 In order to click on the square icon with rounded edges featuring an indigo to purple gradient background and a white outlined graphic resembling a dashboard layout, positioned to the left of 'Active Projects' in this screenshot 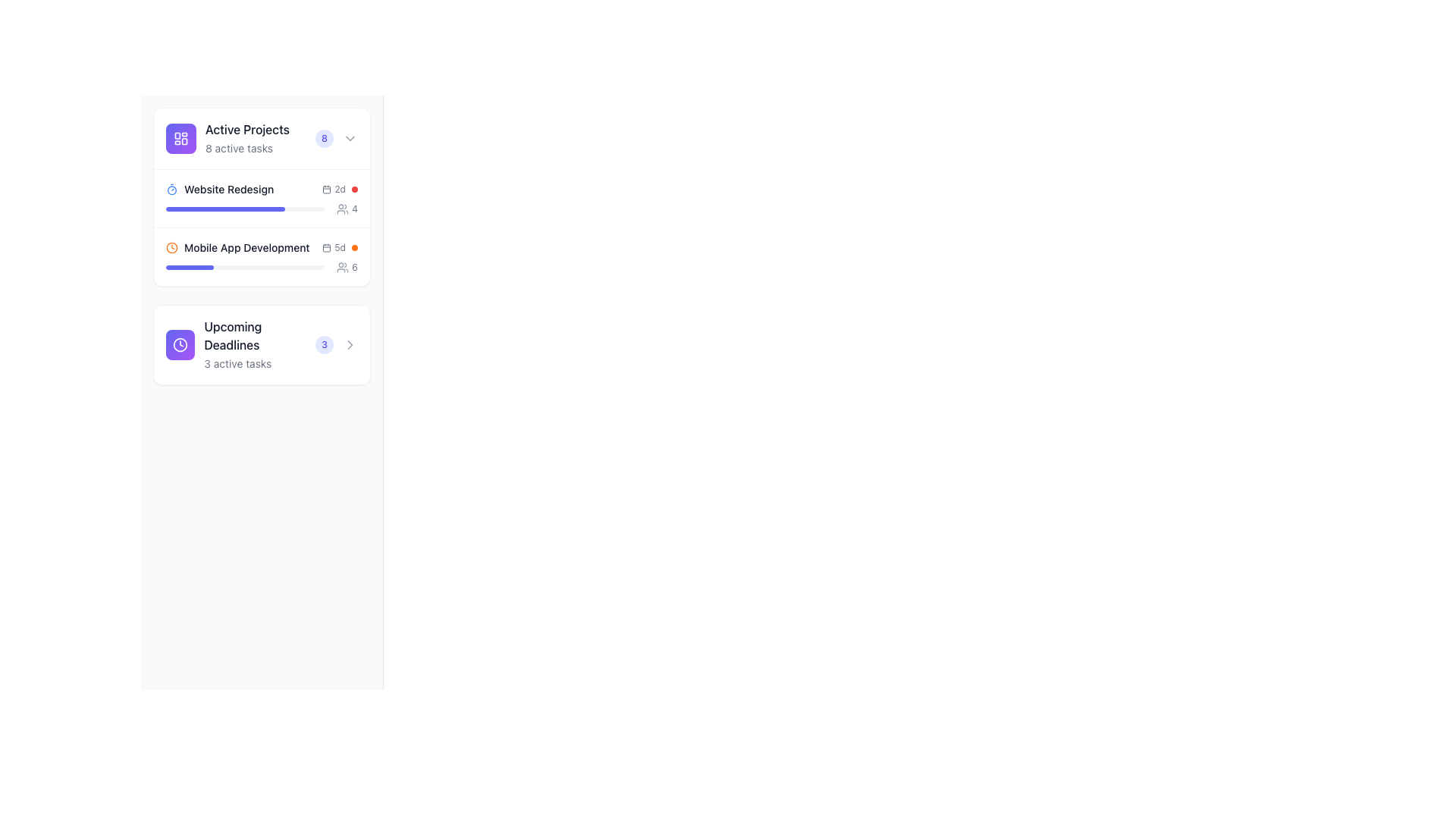, I will do `click(181, 138)`.